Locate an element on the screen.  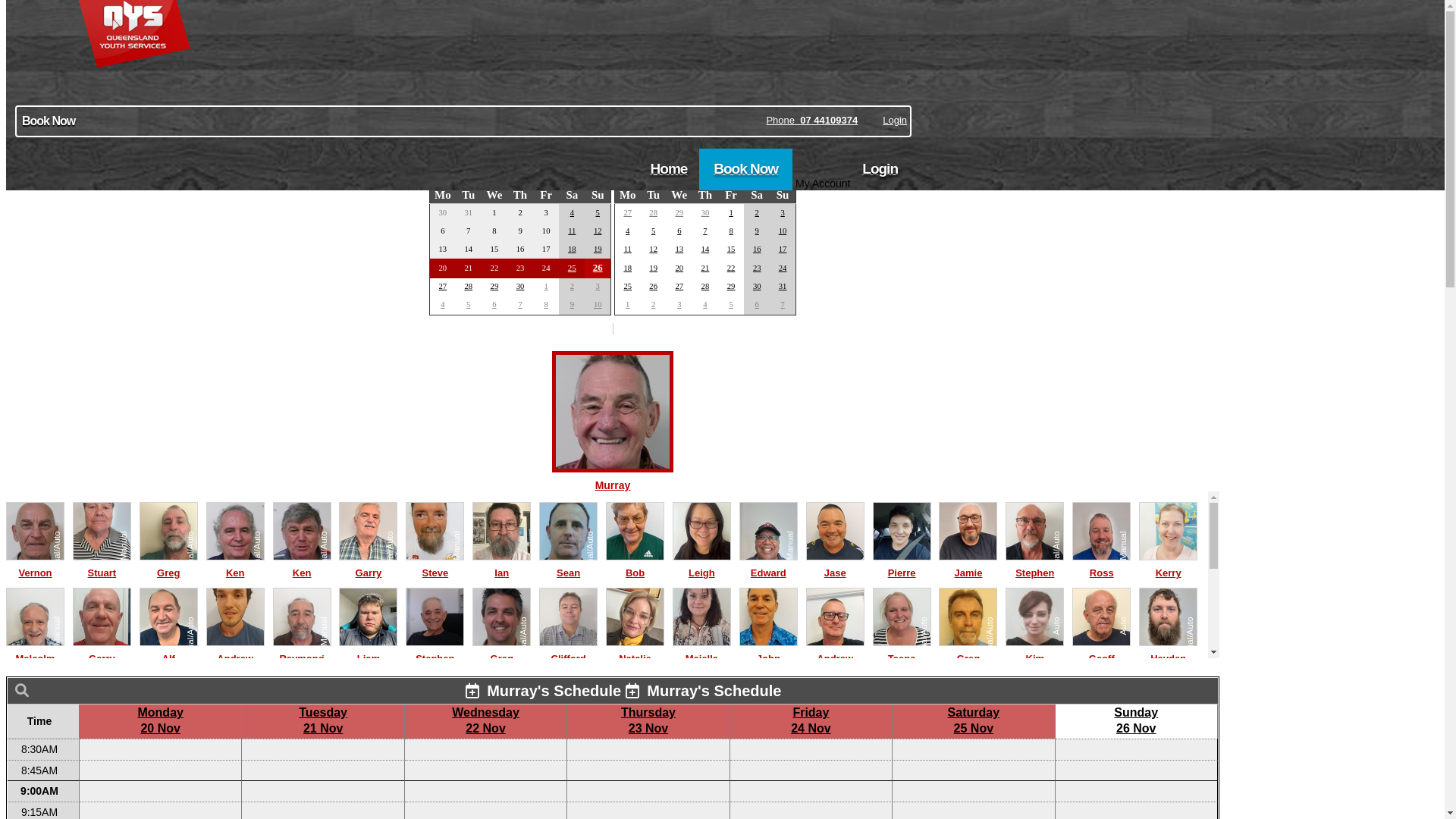
'27' is located at coordinates (442, 286).